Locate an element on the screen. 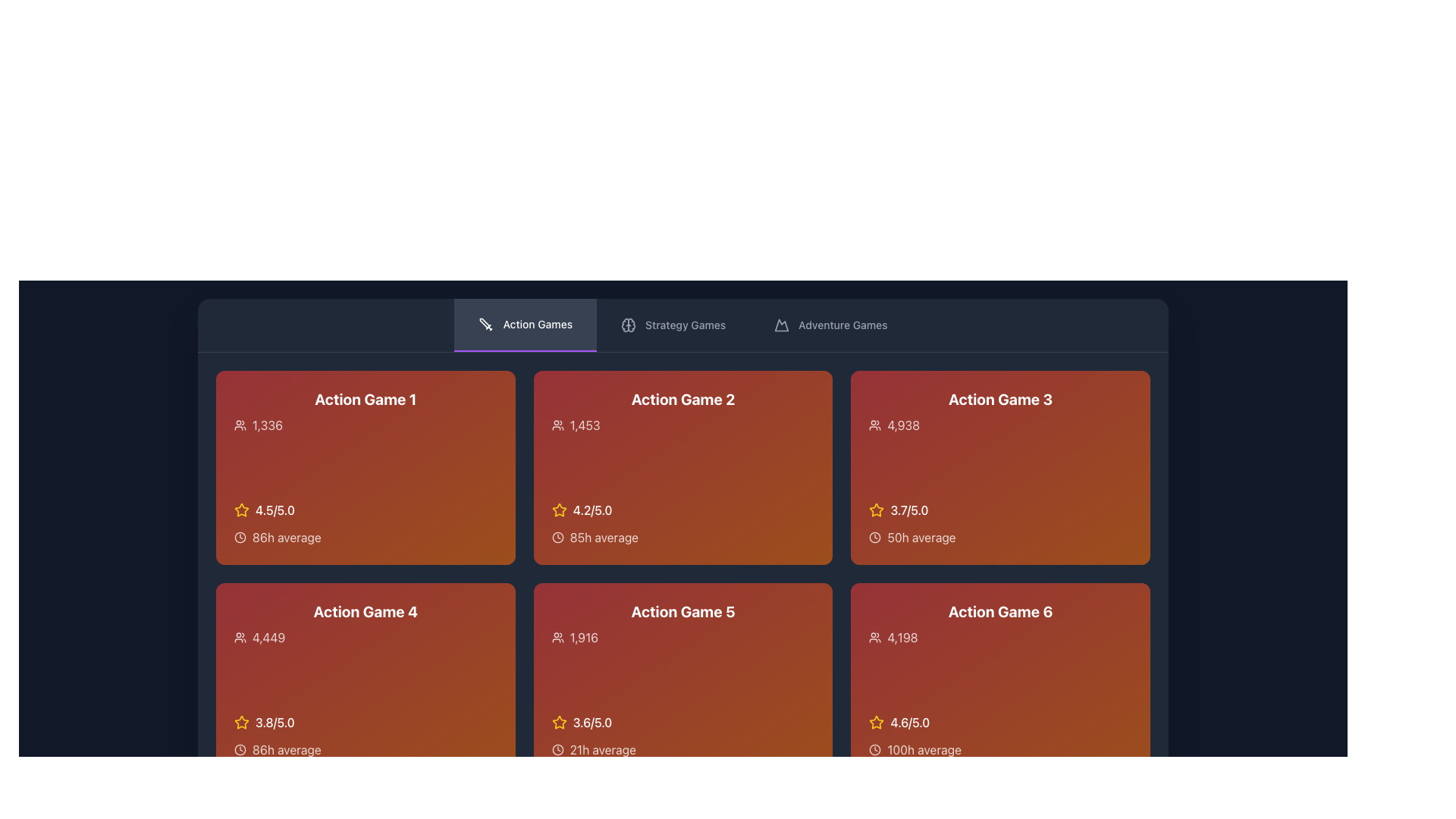 This screenshot has width=1456, height=819. the icon depicting a group of people silhouettes, located in the top left corner of the sixth card labeled 'Action Game 6', preceding the text '4,198' is located at coordinates (875, 637).